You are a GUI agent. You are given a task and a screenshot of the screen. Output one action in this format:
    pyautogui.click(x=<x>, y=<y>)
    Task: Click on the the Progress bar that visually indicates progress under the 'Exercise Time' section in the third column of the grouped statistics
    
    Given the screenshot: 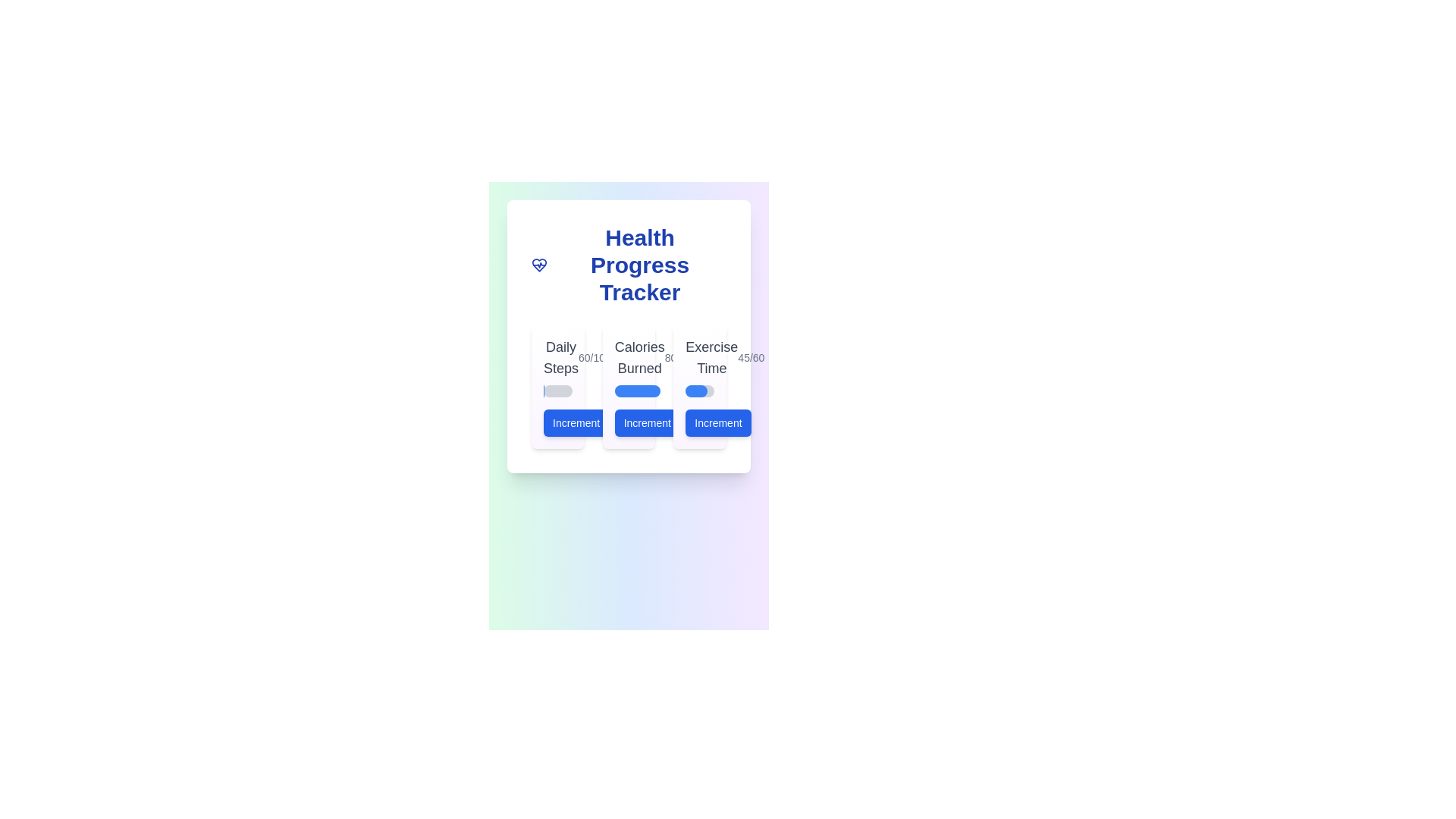 What is the action you would take?
    pyautogui.click(x=695, y=391)
    